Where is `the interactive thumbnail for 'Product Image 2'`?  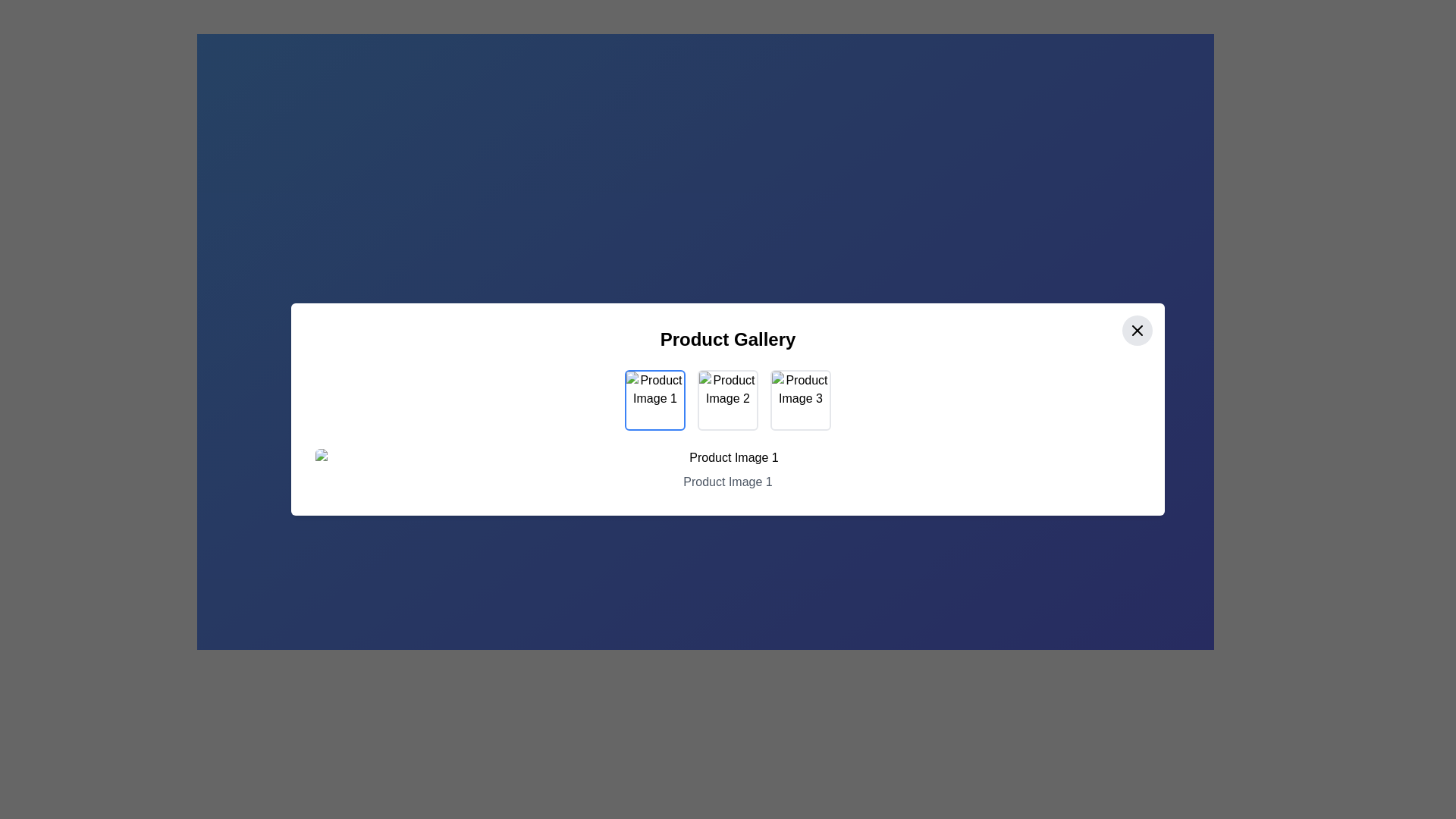 the interactive thumbnail for 'Product Image 2' is located at coordinates (728, 400).